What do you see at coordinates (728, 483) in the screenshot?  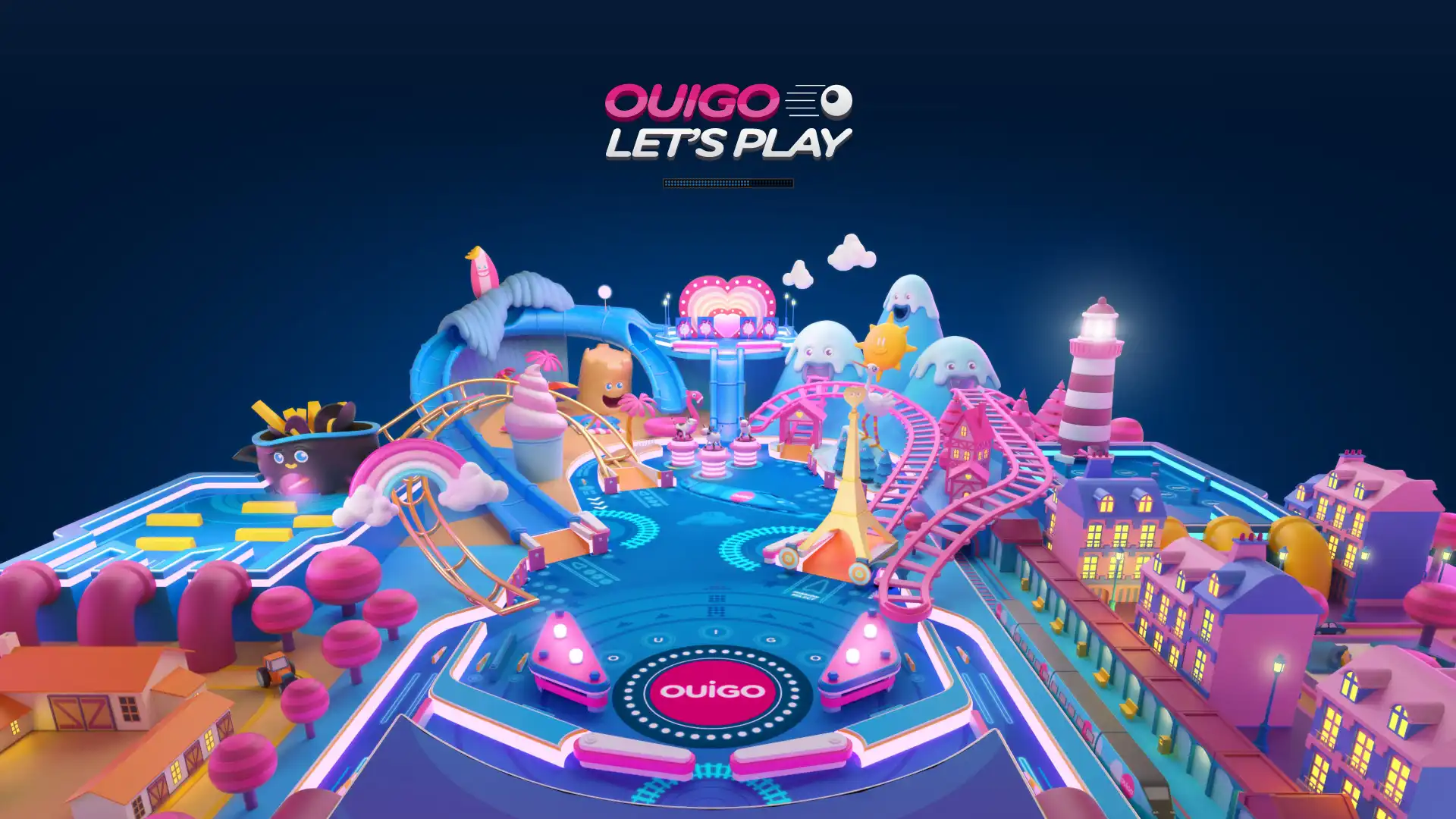 I see `GO` at bounding box center [728, 483].